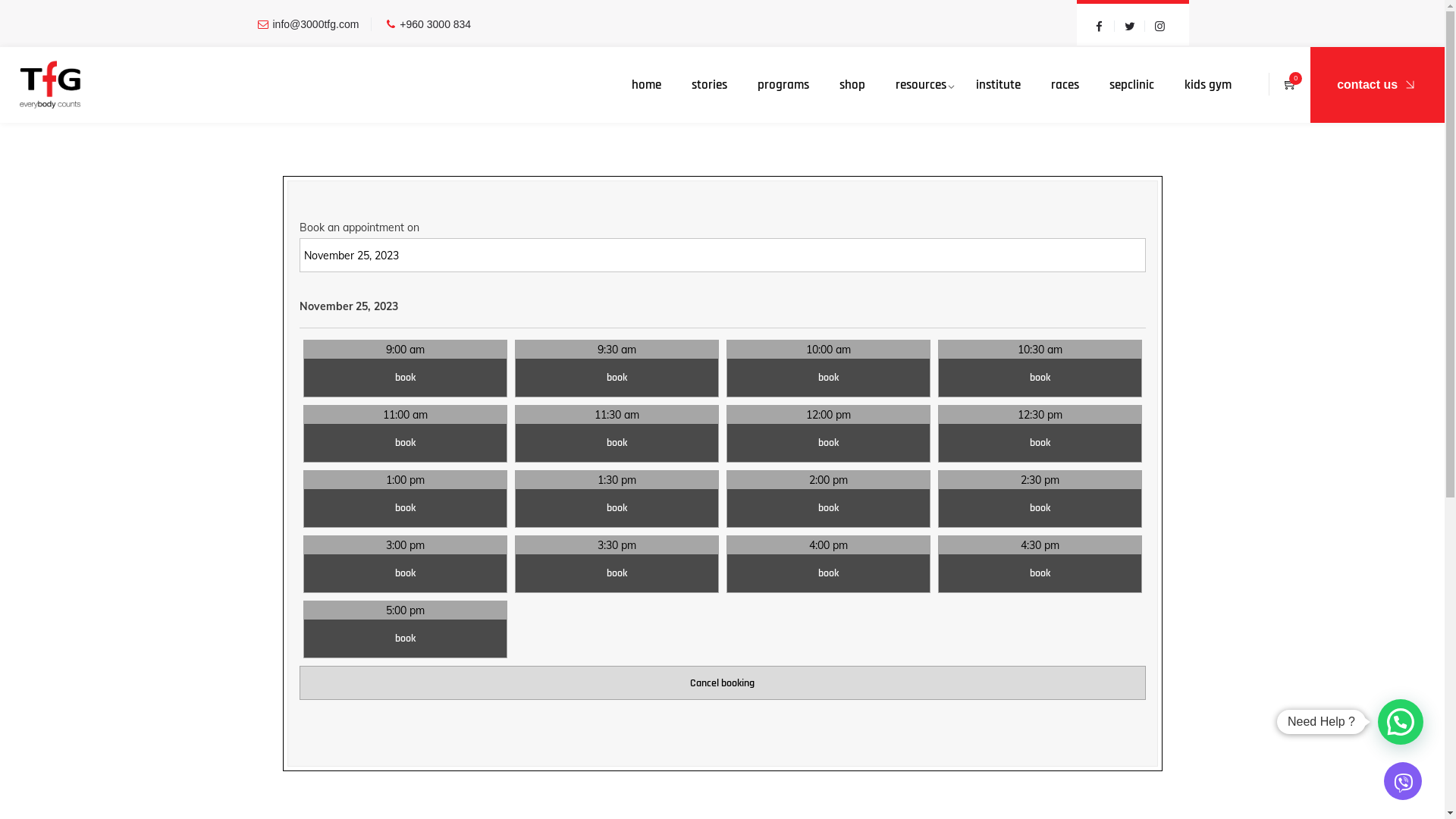 The width and height of the screenshot is (1456, 819). What do you see at coordinates (315, 24) in the screenshot?
I see `'info@3000tfg.com'` at bounding box center [315, 24].